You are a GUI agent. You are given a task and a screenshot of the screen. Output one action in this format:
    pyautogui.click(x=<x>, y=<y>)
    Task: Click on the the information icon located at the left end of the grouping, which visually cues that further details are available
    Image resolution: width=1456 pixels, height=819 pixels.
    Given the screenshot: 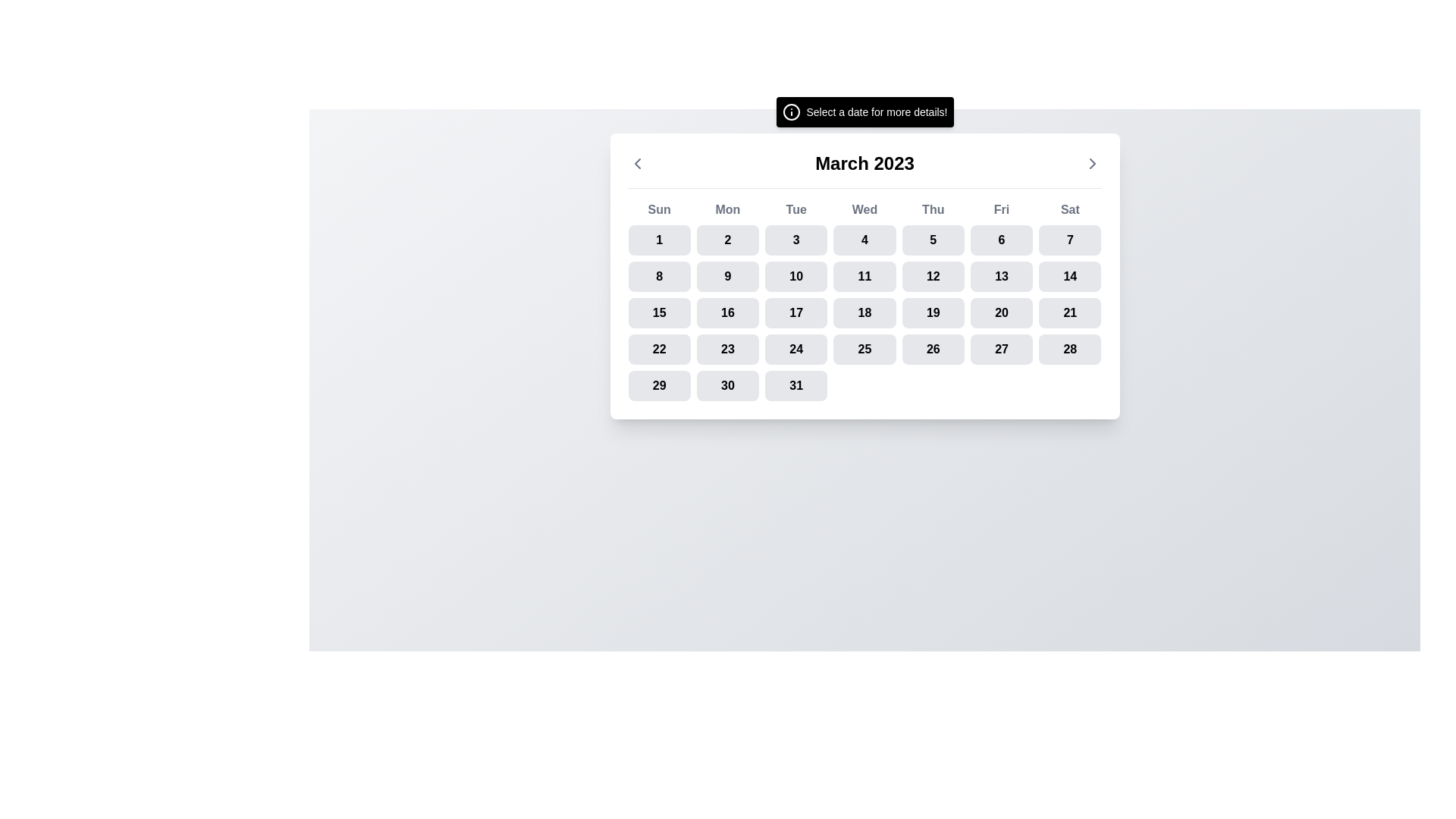 What is the action you would take?
    pyautogui.click(x=790, y=111)
    